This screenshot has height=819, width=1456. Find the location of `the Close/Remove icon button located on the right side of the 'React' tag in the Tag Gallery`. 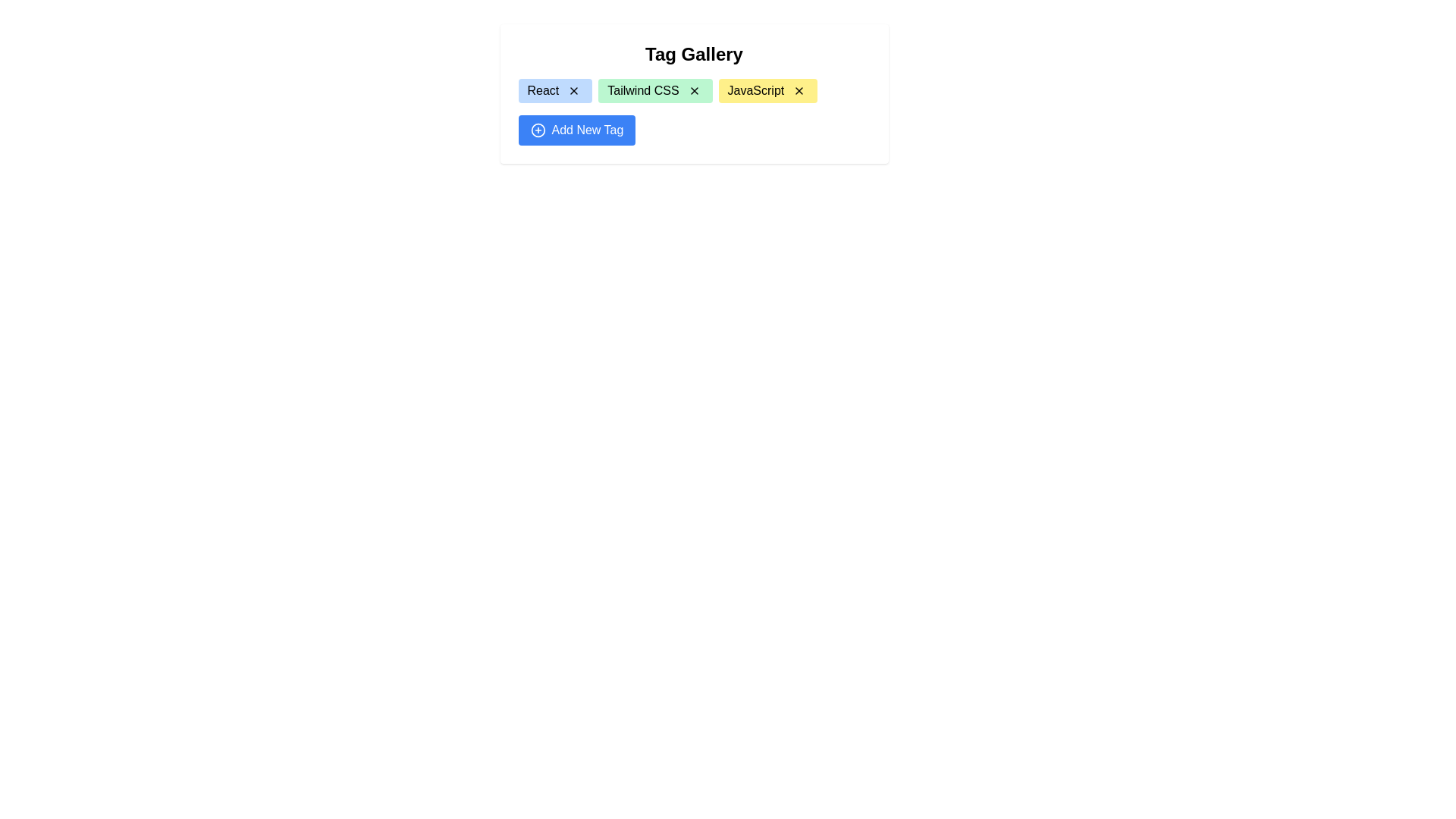

the Close/Remove icon button located on the right side of the 'React' tag in the Tag Gallery is located at coordinates (573, 90).